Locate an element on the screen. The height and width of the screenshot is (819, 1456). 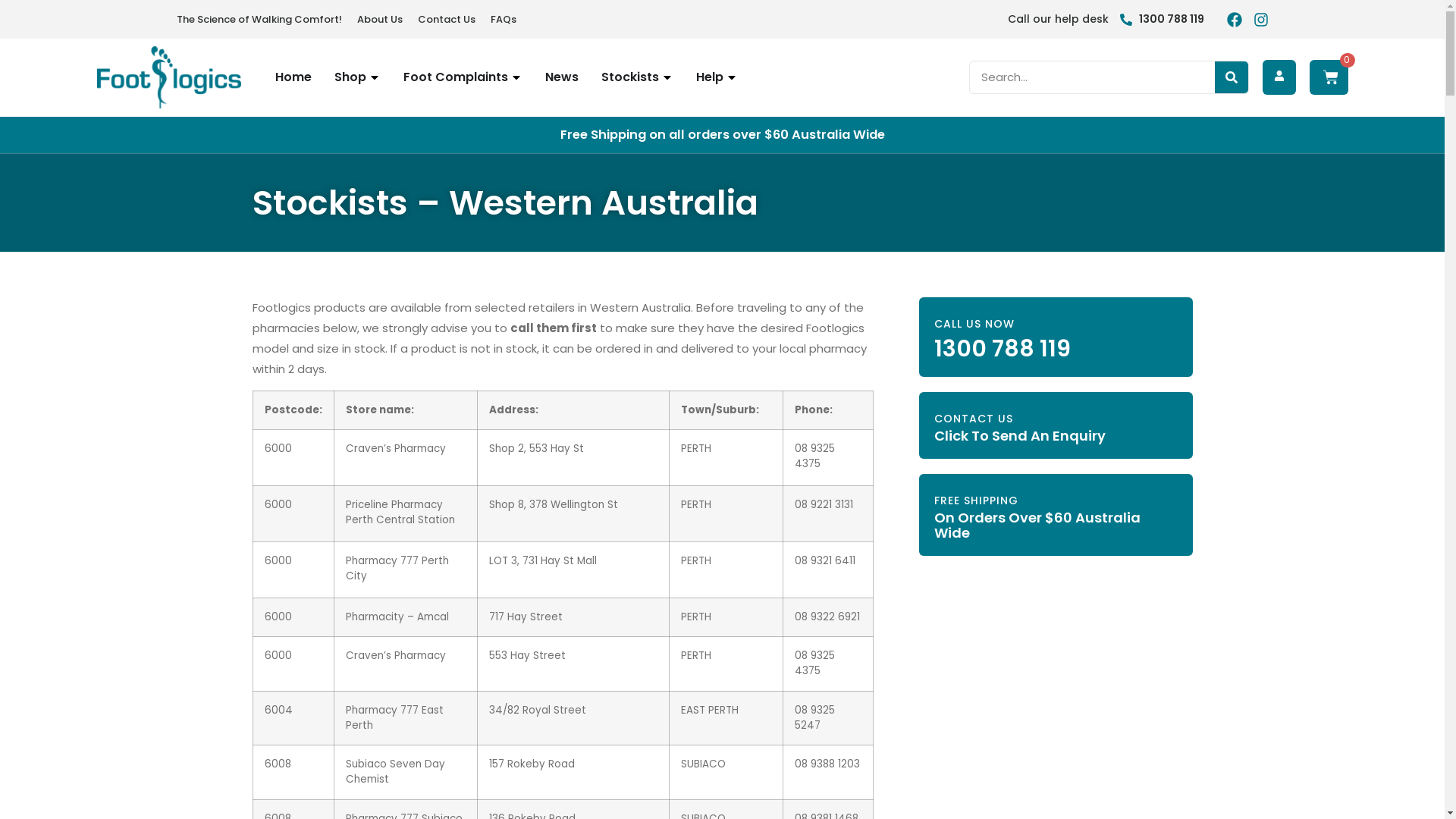
'CALL US NOW' is located at coordinates (934, 323).